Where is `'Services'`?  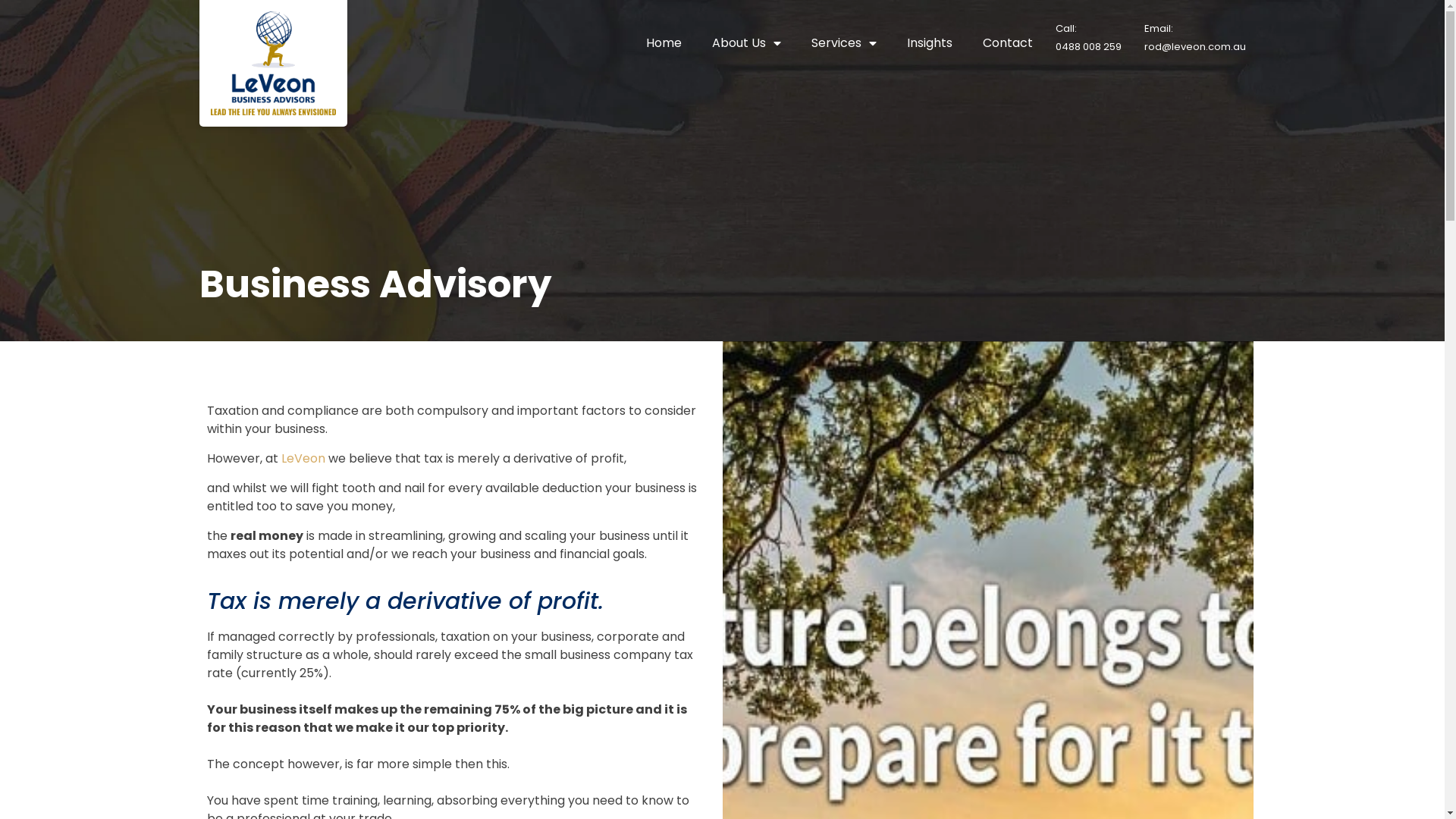
'Services' is located at coordinates (843, 42).